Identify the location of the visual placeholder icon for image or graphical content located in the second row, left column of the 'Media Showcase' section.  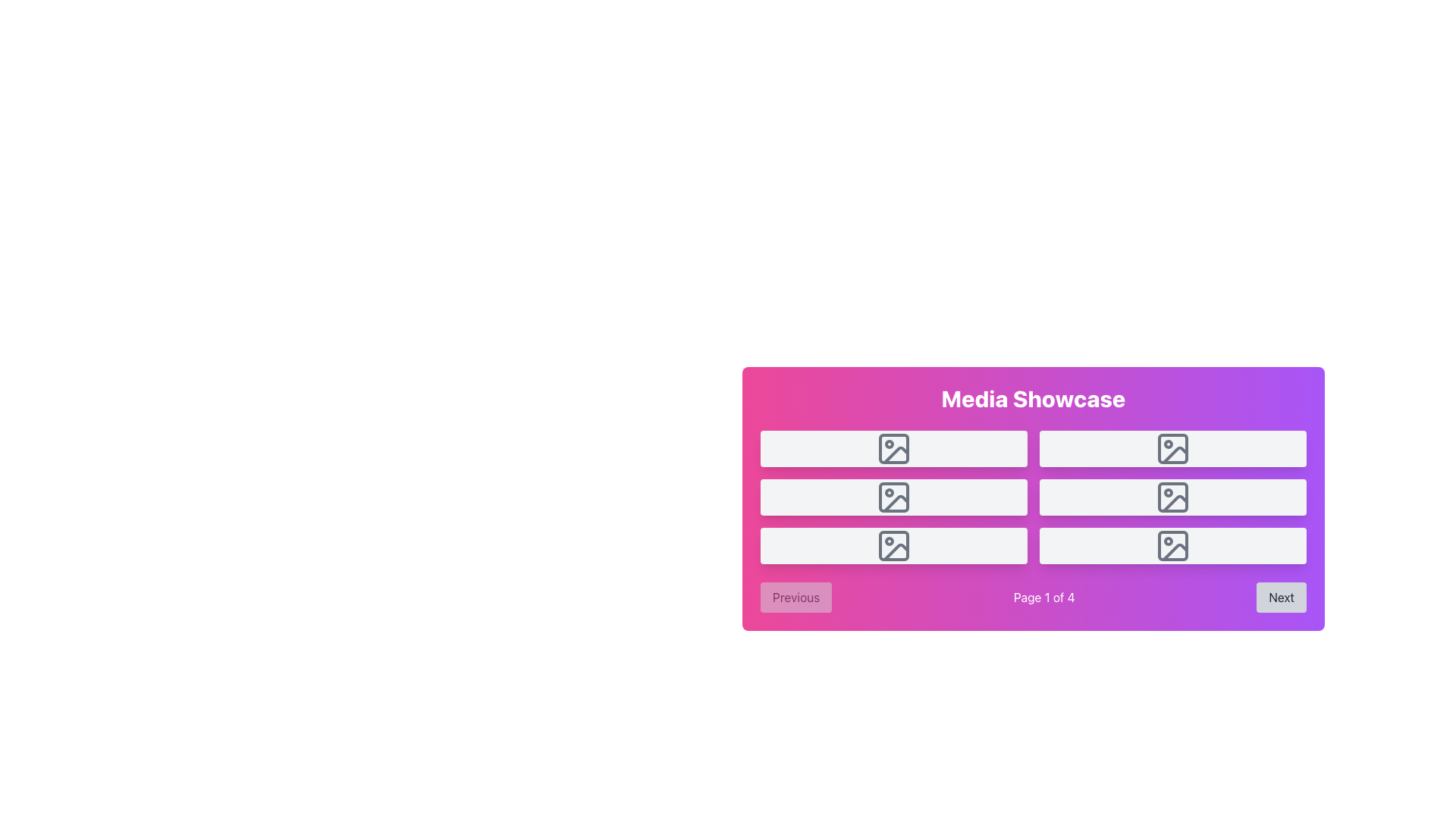
(894, 497).